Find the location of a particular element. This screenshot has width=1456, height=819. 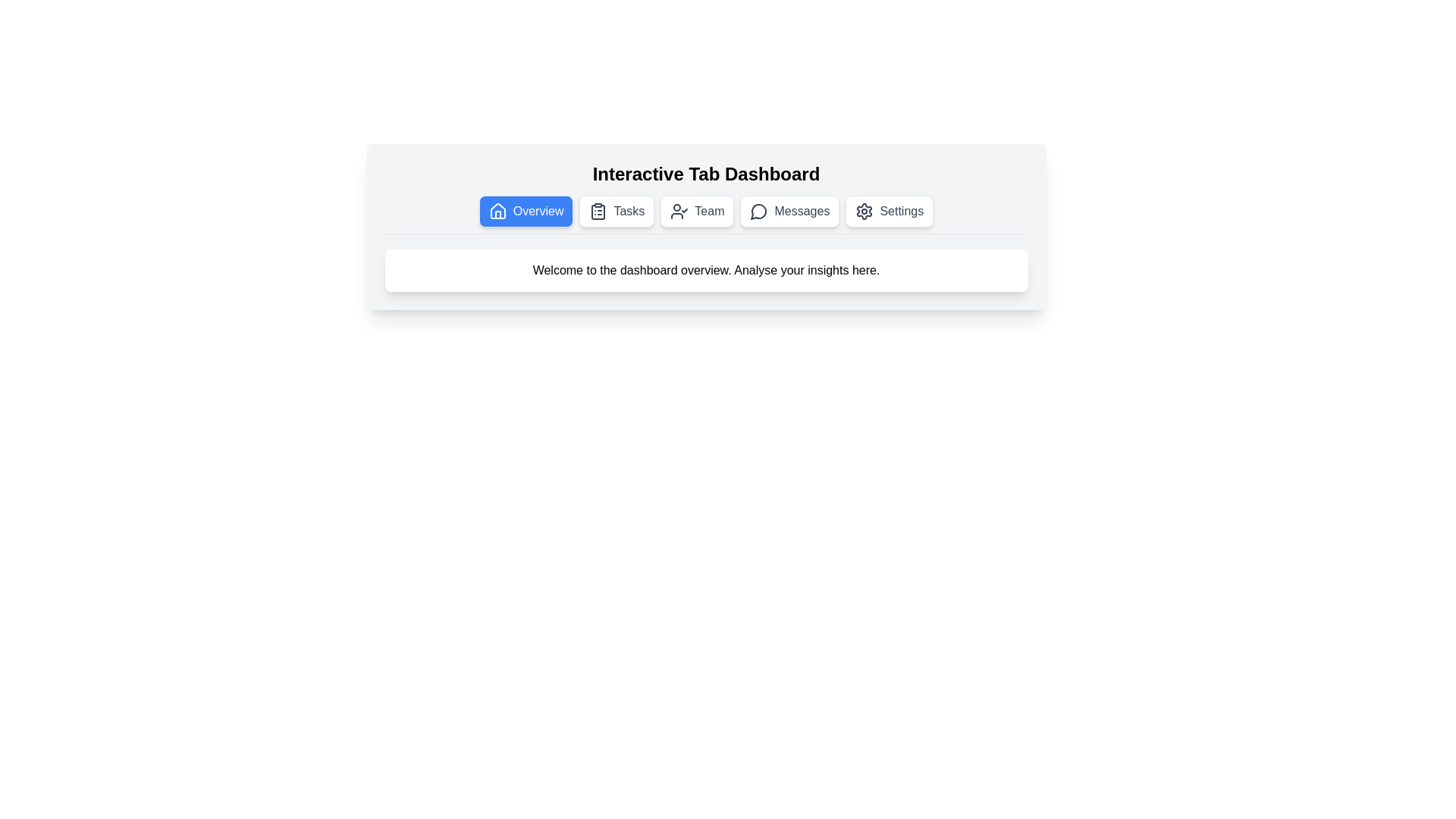

the 'Messages' icon element which serves as a symbolic representation for the 'Messages' tab located on the main navigation bar is located at coordinates (759, 211).